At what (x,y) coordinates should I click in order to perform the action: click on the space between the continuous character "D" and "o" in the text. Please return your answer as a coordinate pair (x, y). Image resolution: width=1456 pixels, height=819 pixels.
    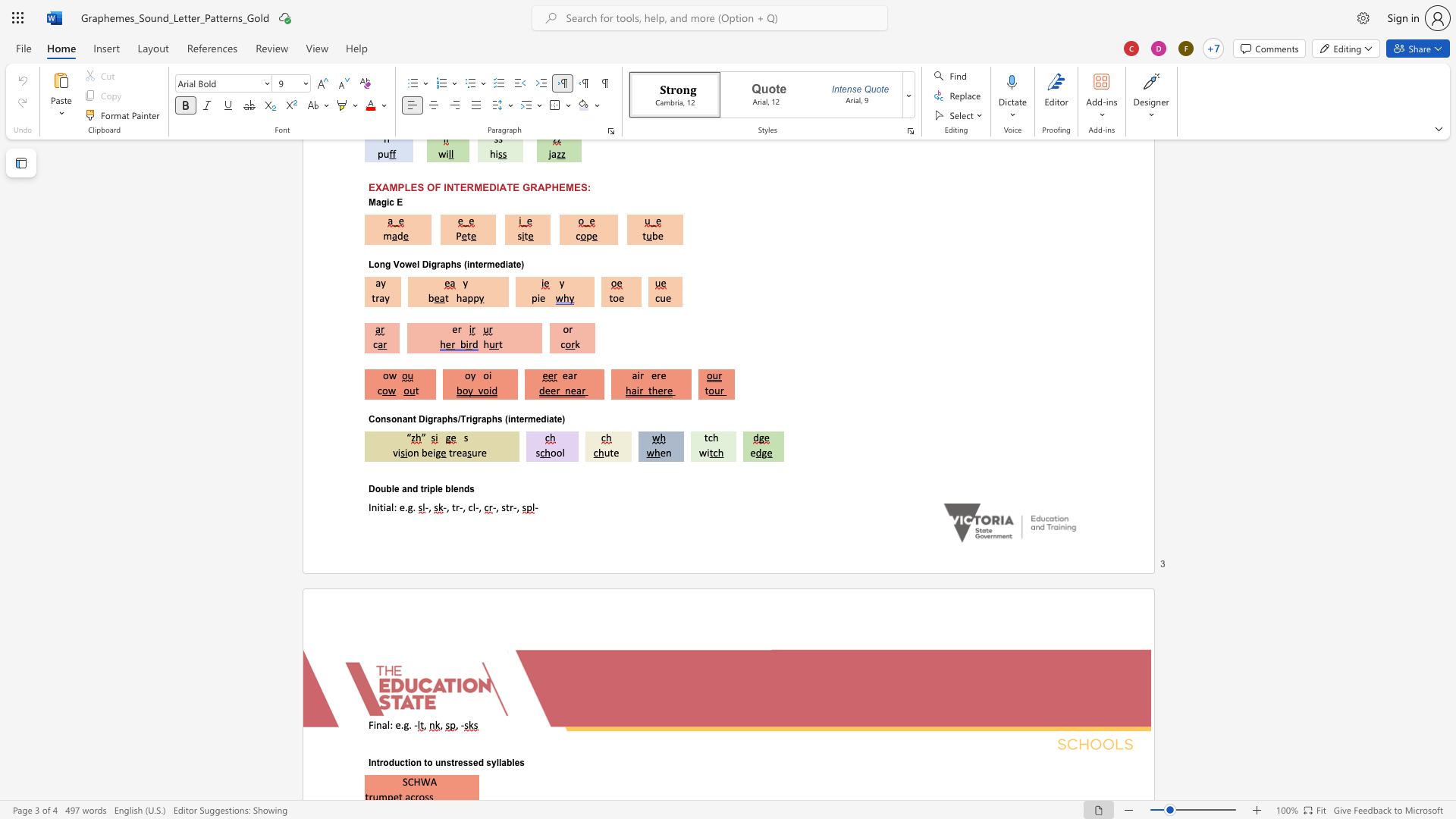
    Looking at the image, I should click on (375, 488).